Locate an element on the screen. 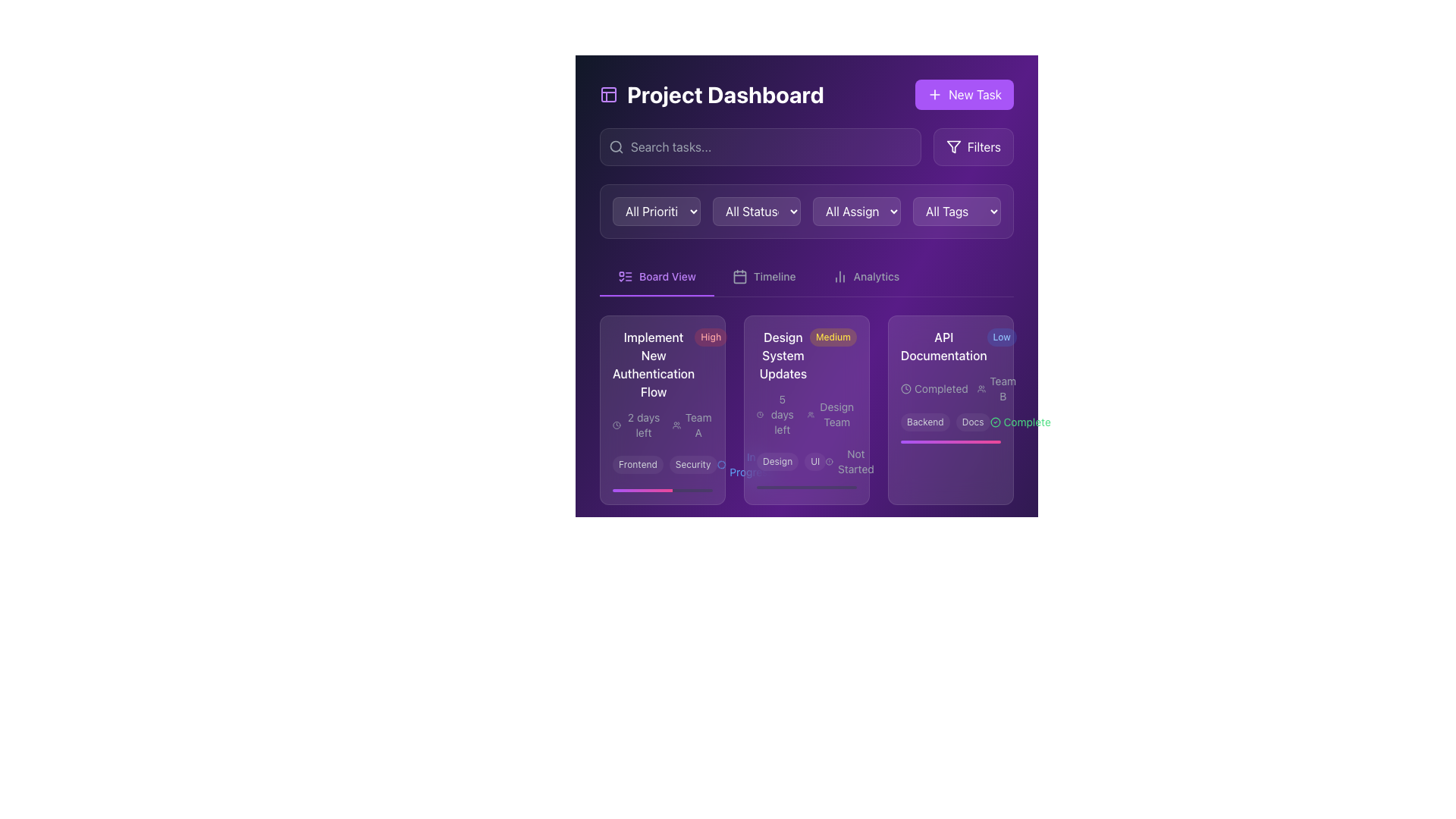 This screenshot has height=819, width=1456. circular border graphic within the clock icon located in the 'API Documentation' card in the third column of the 'Board View' section is located at coordinates (906, 388).